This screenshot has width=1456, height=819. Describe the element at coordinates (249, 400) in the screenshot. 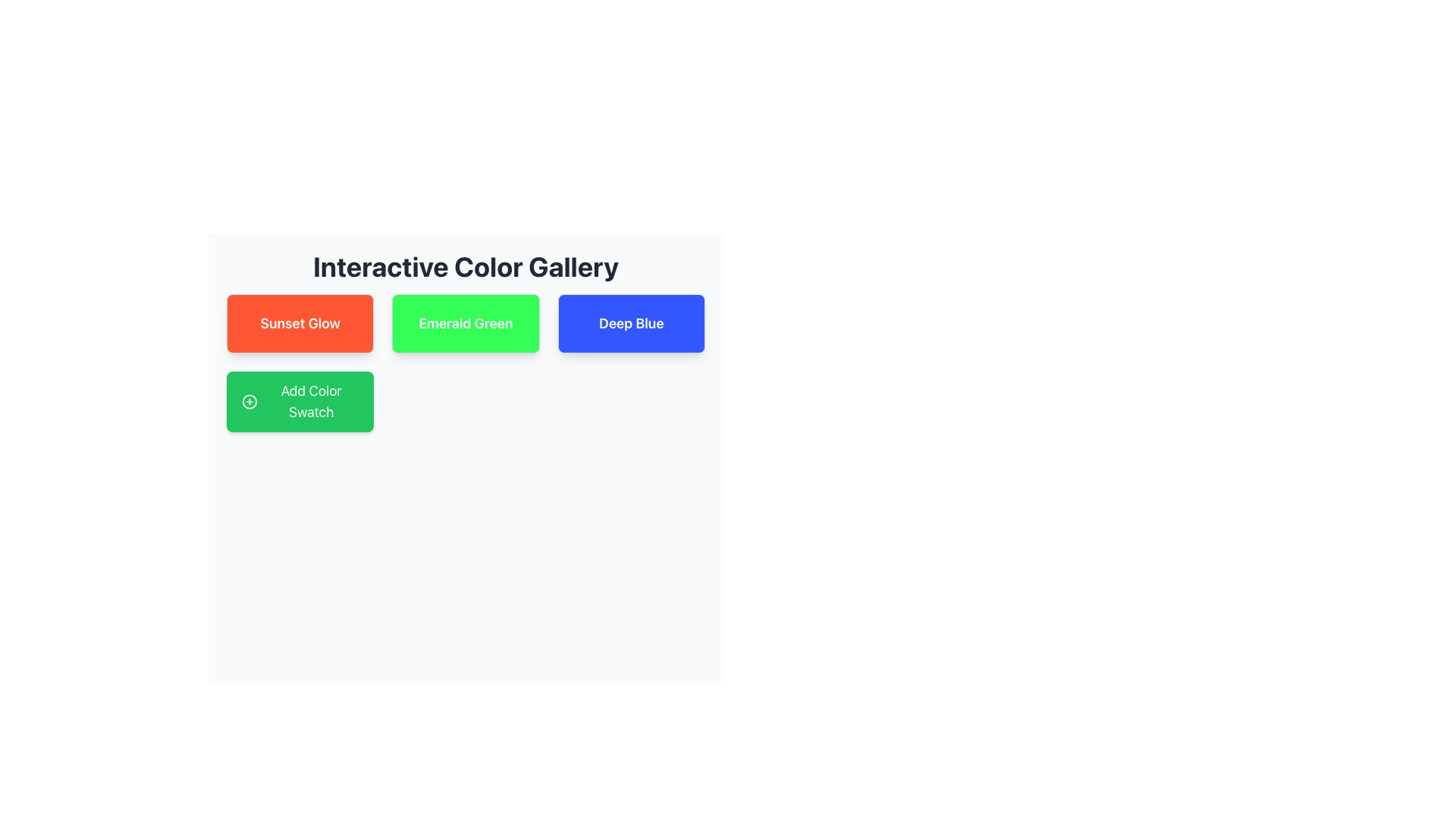

I see `the decorative circle graphic element within the 'Add Color Swatch' button, indicating the capability` at that location.